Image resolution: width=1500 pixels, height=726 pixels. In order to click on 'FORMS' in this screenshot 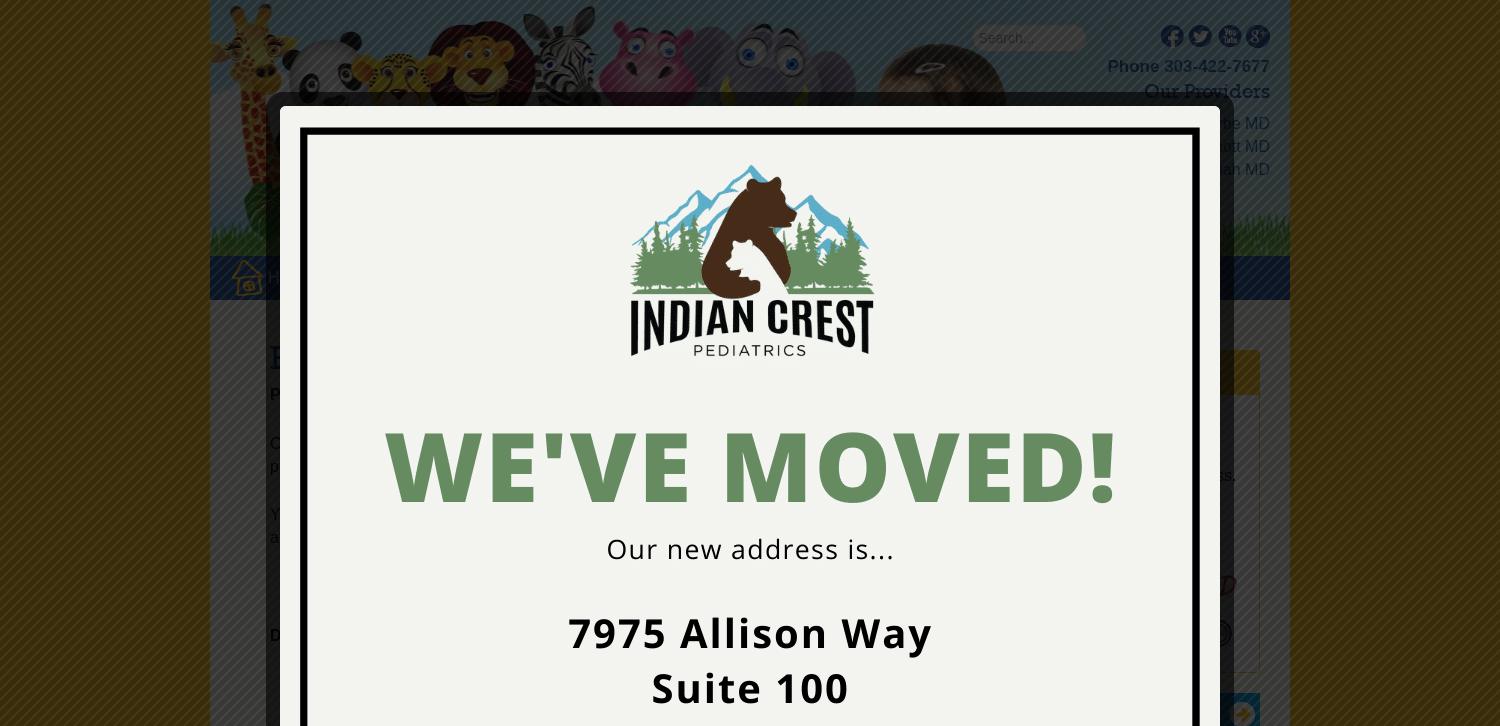, I will do `click(1122, 276)`.